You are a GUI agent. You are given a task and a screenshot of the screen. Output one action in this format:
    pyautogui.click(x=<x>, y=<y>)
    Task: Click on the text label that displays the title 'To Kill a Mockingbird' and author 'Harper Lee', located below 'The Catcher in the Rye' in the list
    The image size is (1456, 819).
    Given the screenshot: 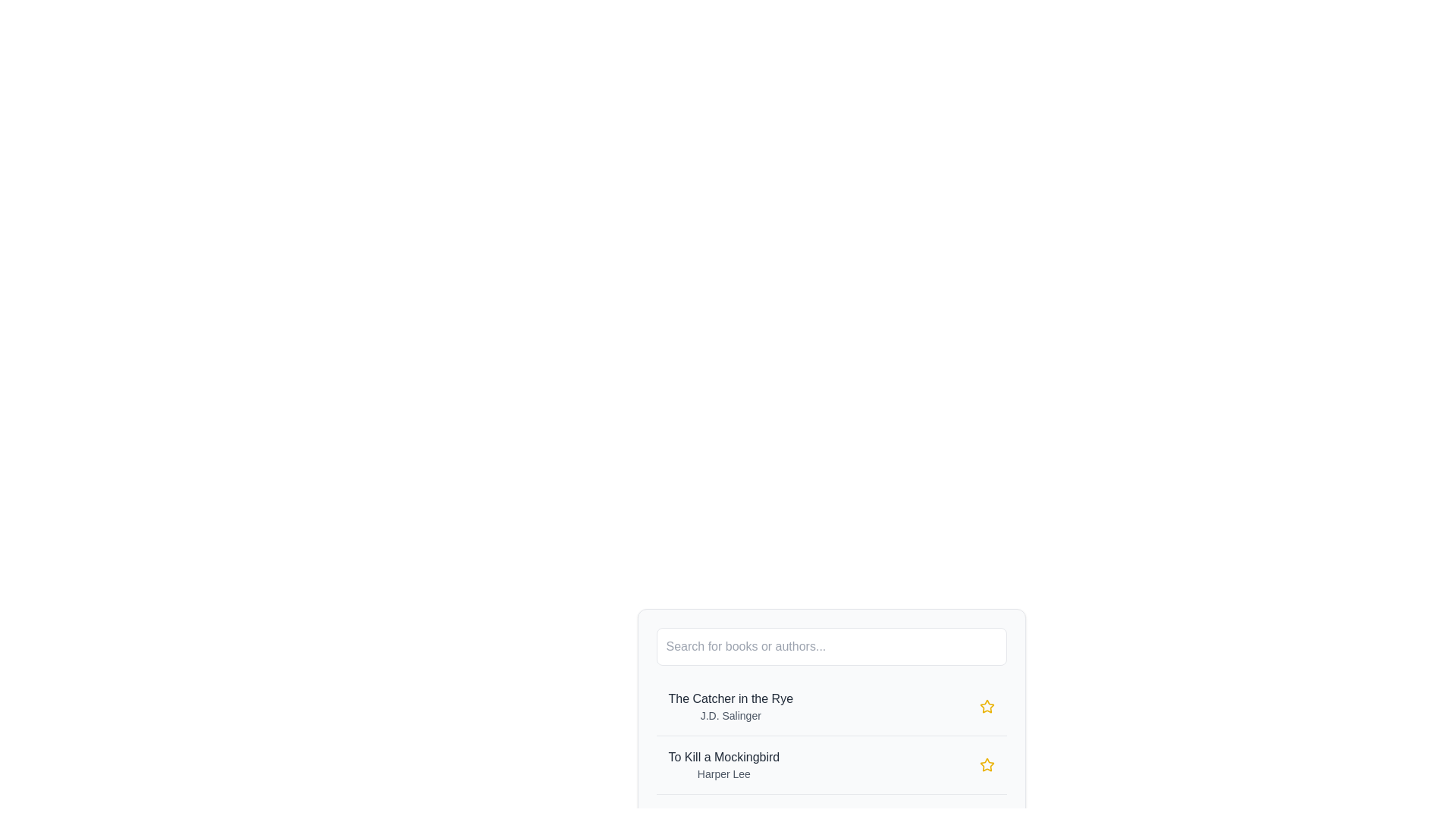 What is the action you would take?
    pyautogui.click(x=723, y=765)
    